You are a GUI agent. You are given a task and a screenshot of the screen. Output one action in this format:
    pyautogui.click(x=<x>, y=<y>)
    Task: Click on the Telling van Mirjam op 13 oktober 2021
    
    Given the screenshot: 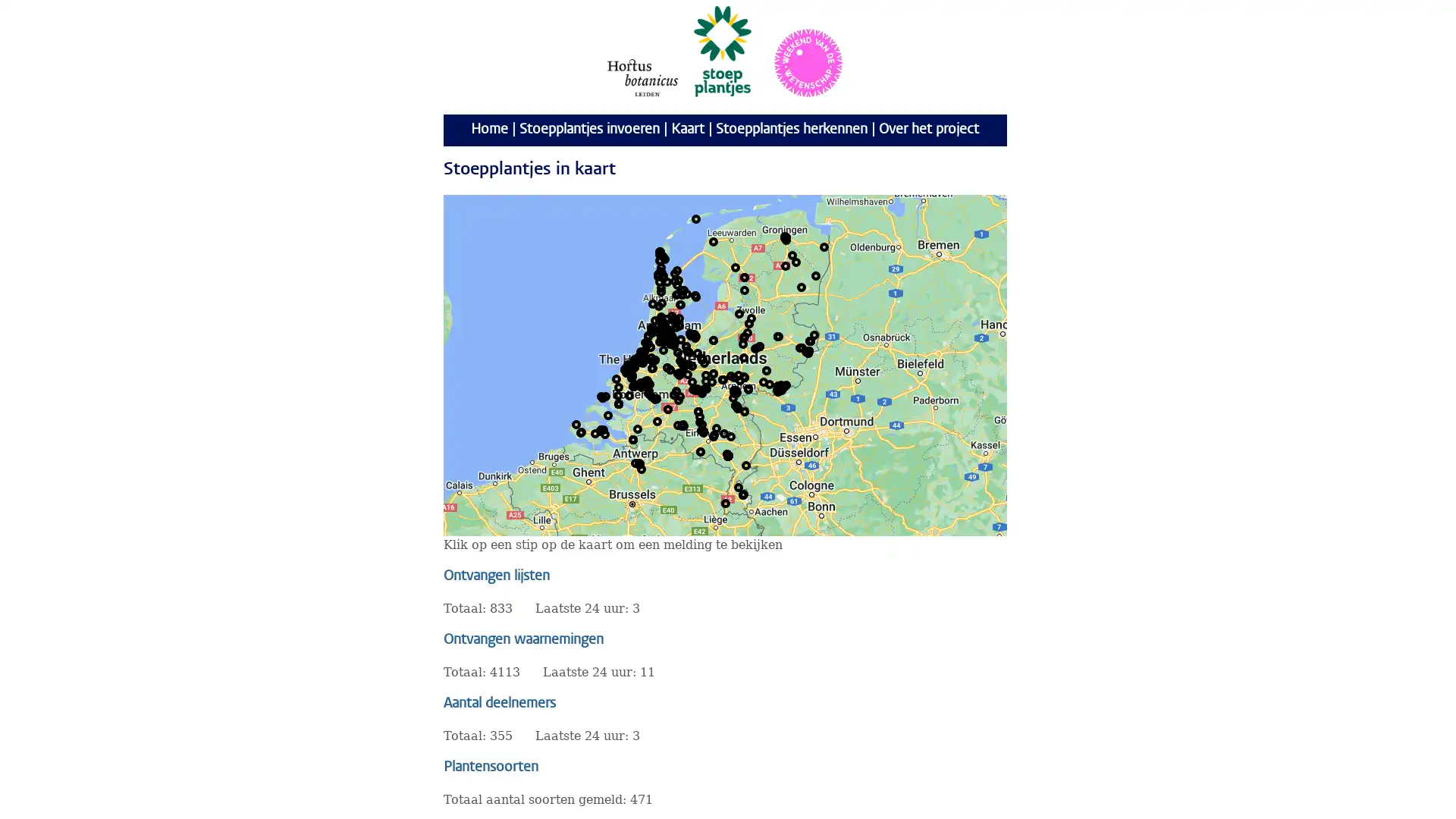 What is the action you would take?
    pyautogui.click(x=801, y=347)
    